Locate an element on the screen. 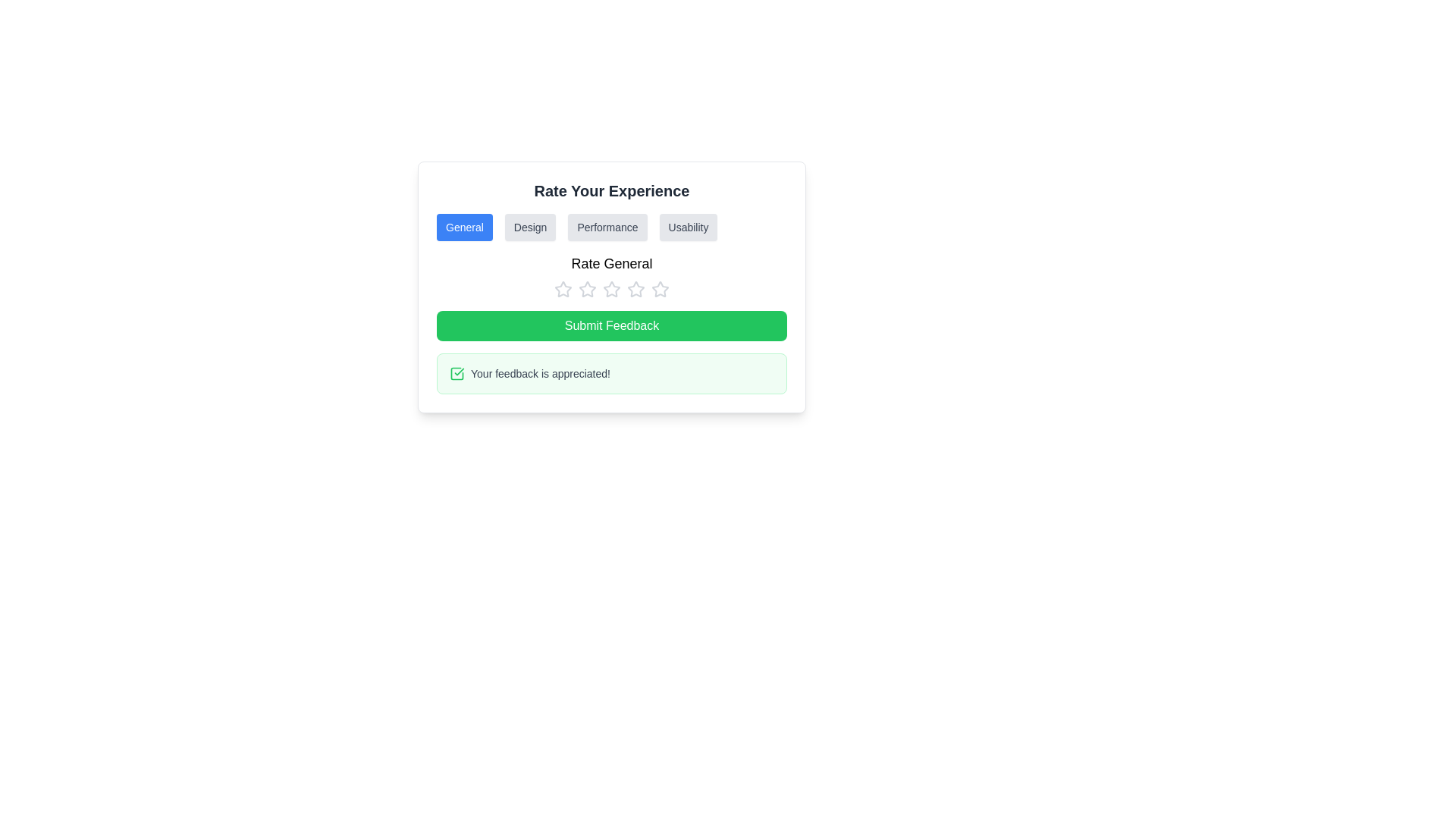  the 'Usability' tab, which is the fourth tab is located at coordinates (687, 227).